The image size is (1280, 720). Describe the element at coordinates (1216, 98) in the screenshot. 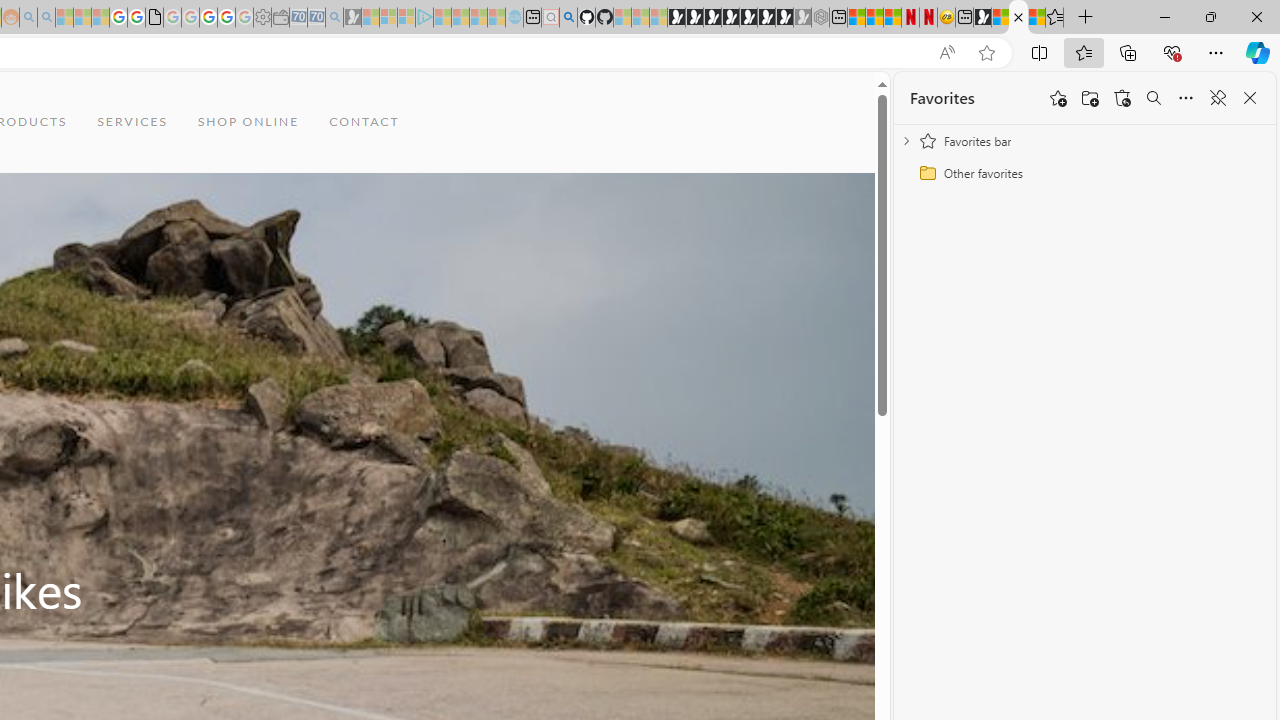

I see `'Unpin favorites'` at that location.